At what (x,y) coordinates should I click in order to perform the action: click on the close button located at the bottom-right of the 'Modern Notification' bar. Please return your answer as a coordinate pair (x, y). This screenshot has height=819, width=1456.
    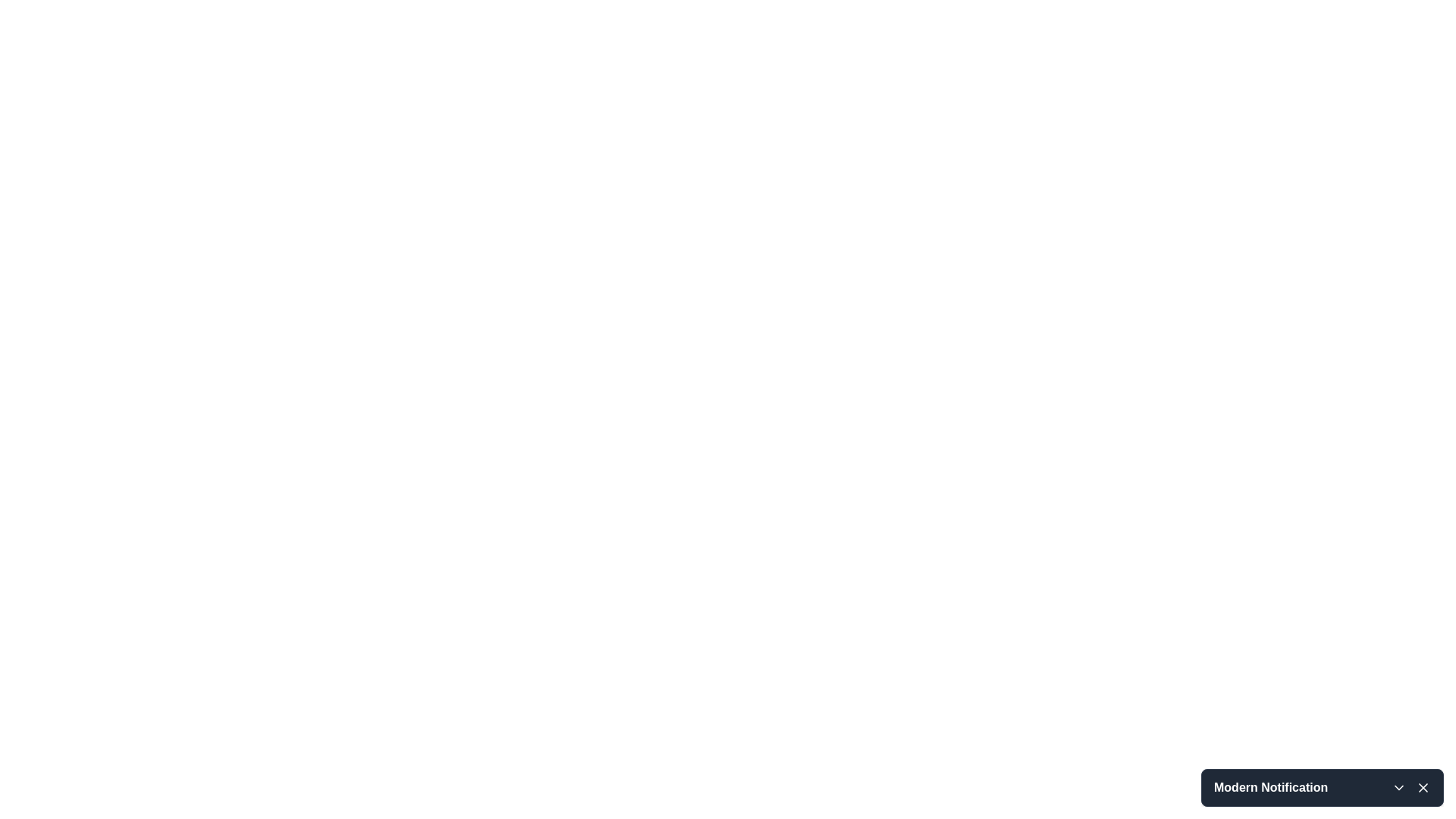
    Looking at the image, I should click on (1422, 786).